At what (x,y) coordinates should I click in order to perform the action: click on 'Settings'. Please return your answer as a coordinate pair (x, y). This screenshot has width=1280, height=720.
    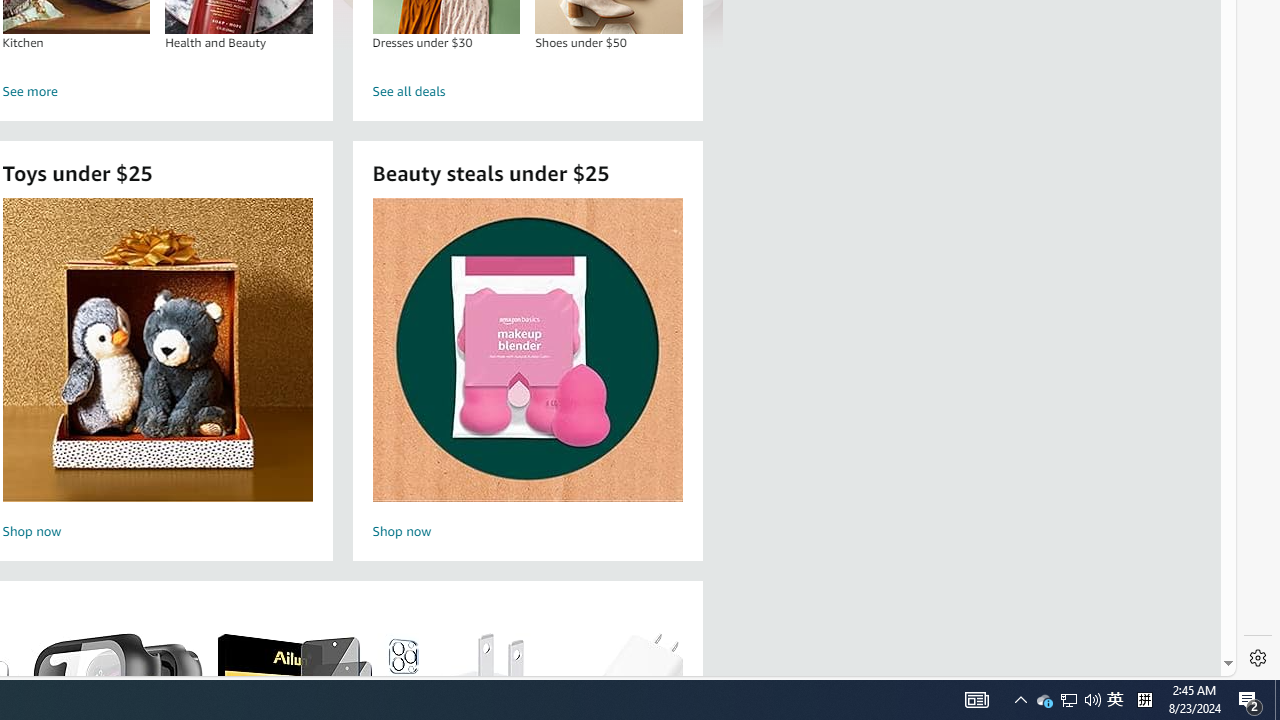
    Looking at the image, I should click on (1257, 658).